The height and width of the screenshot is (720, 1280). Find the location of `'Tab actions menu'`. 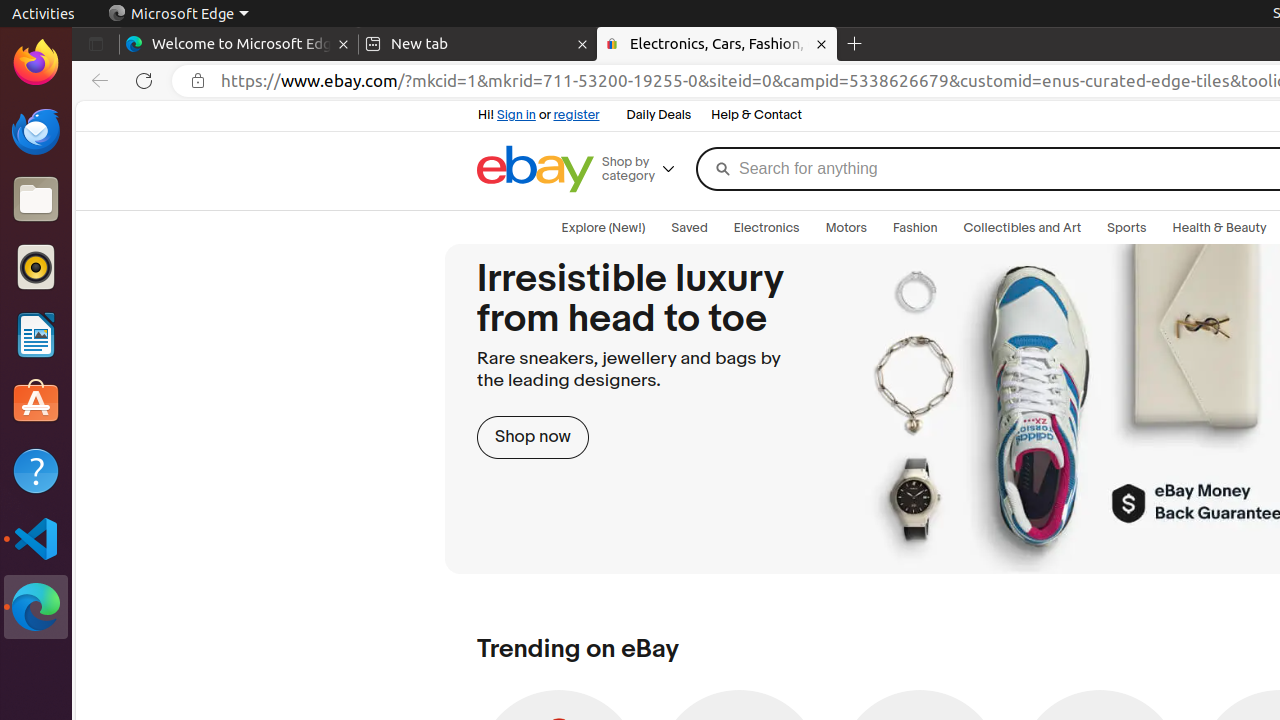

'Tab actions menu' is located at coordinates (95, 43).